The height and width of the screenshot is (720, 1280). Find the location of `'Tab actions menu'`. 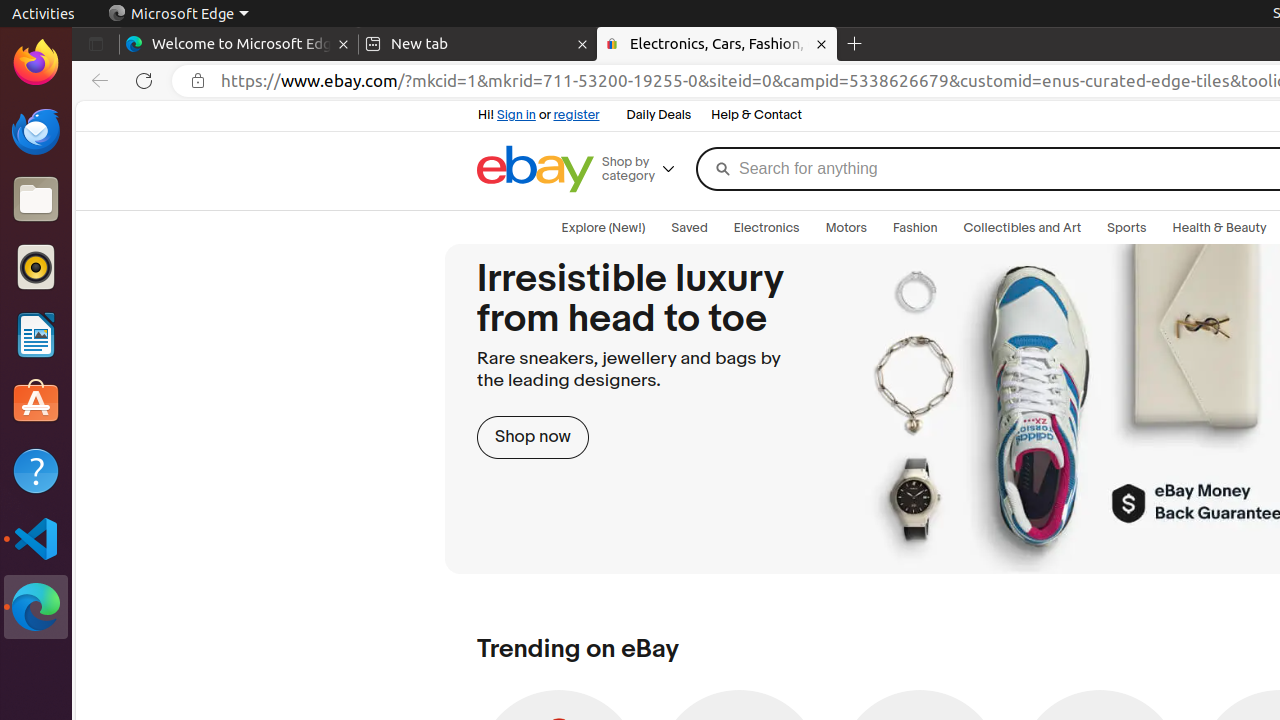

'Tab actions menu' is located at coordinates (95, 43).